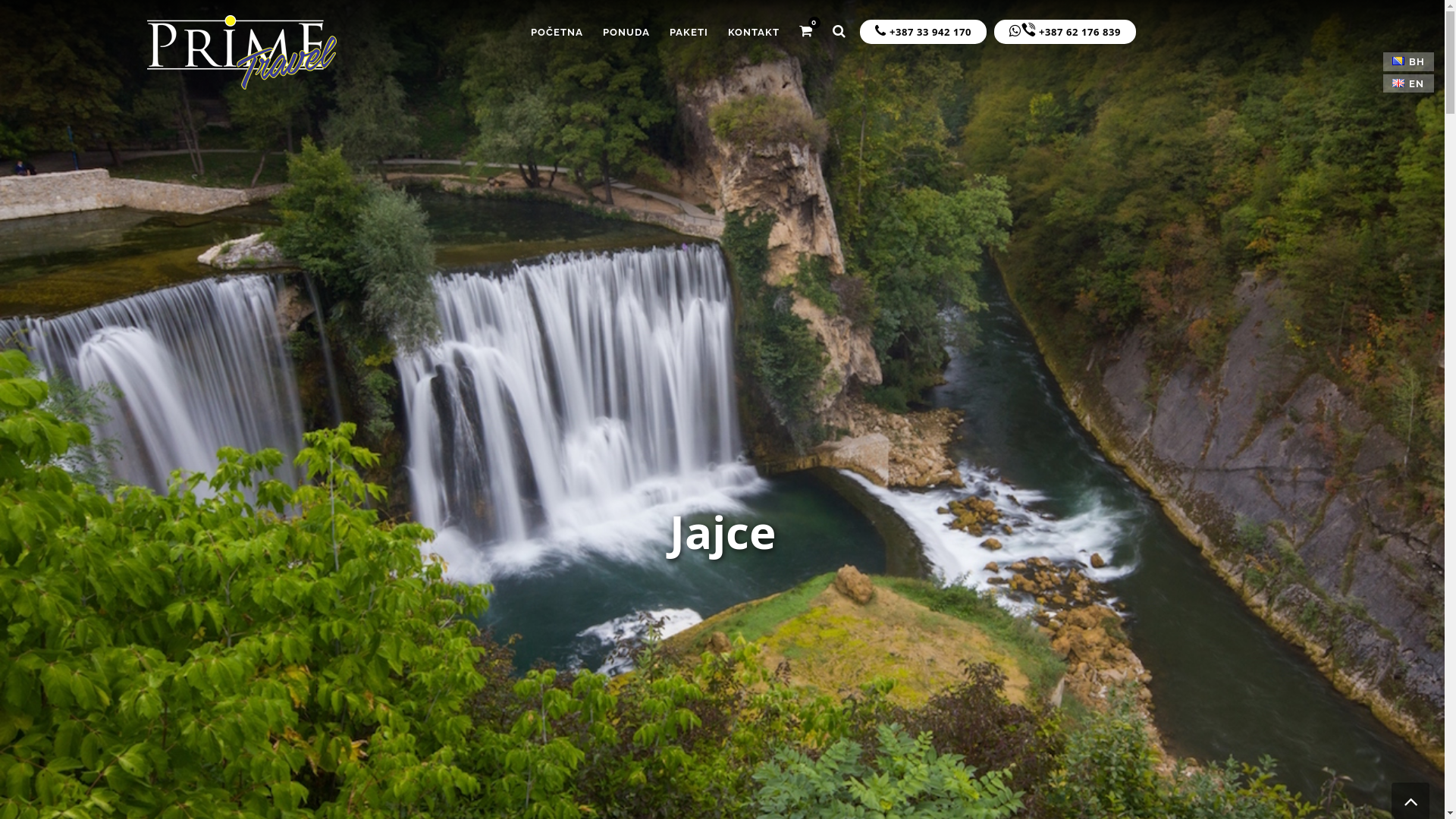 The height and width of the screenshot is (819, 1456). Describe the element at coordinates (688, 32) in the screenshot. I see `'PAKETI'` at that location.